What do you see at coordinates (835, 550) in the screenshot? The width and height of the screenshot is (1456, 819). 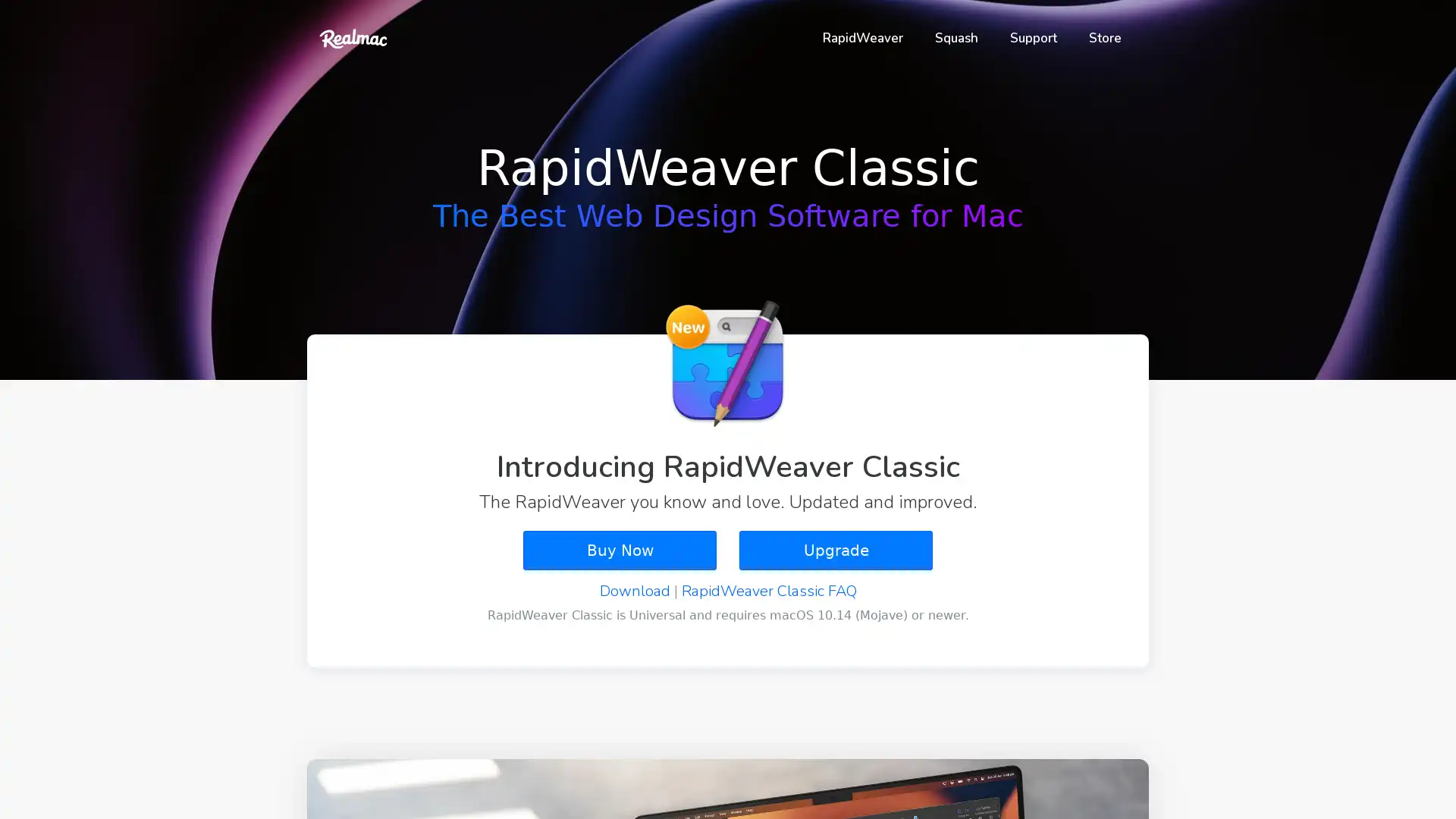 I see `Upgrade` at bounding box center [835, 550].